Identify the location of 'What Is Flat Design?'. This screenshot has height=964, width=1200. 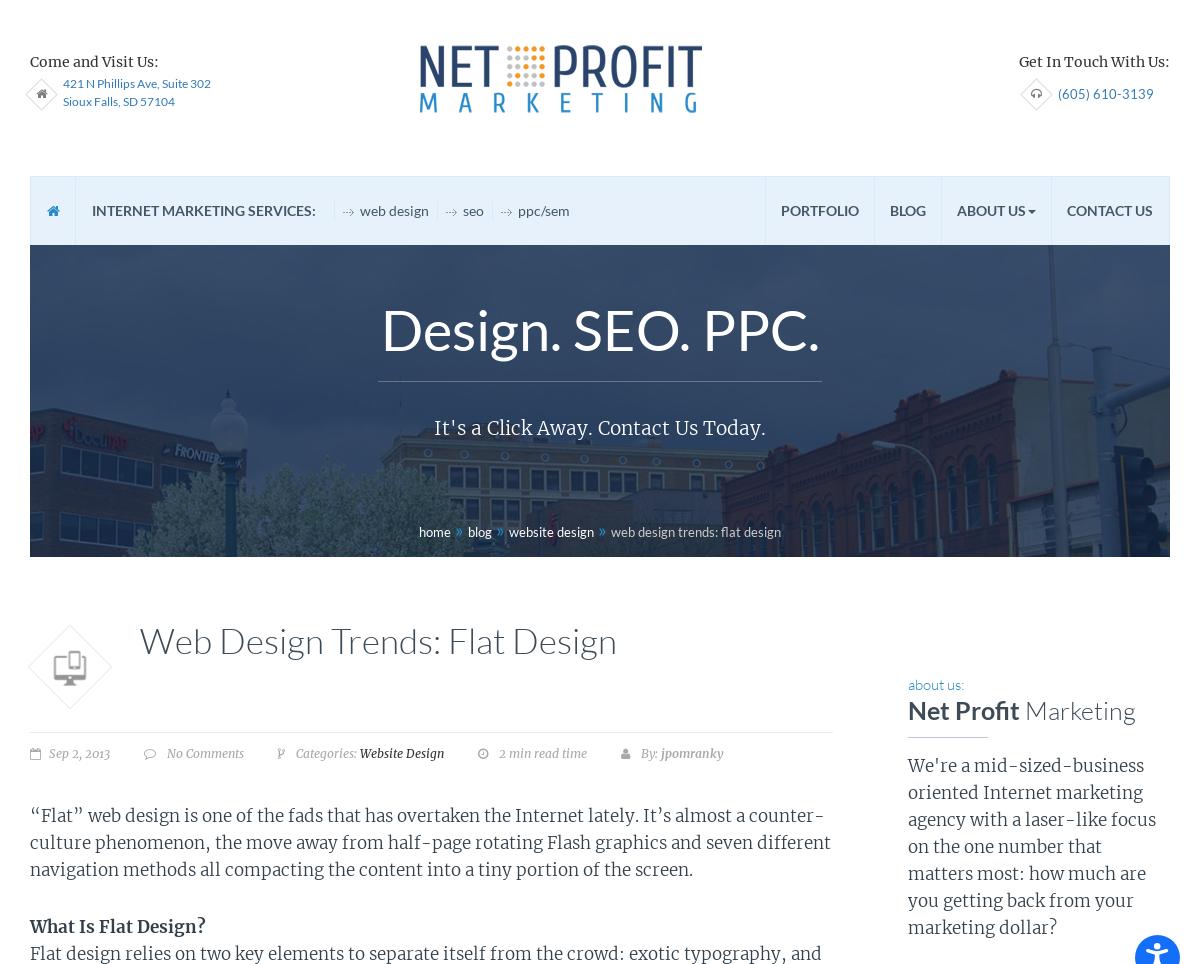
(30, 926).